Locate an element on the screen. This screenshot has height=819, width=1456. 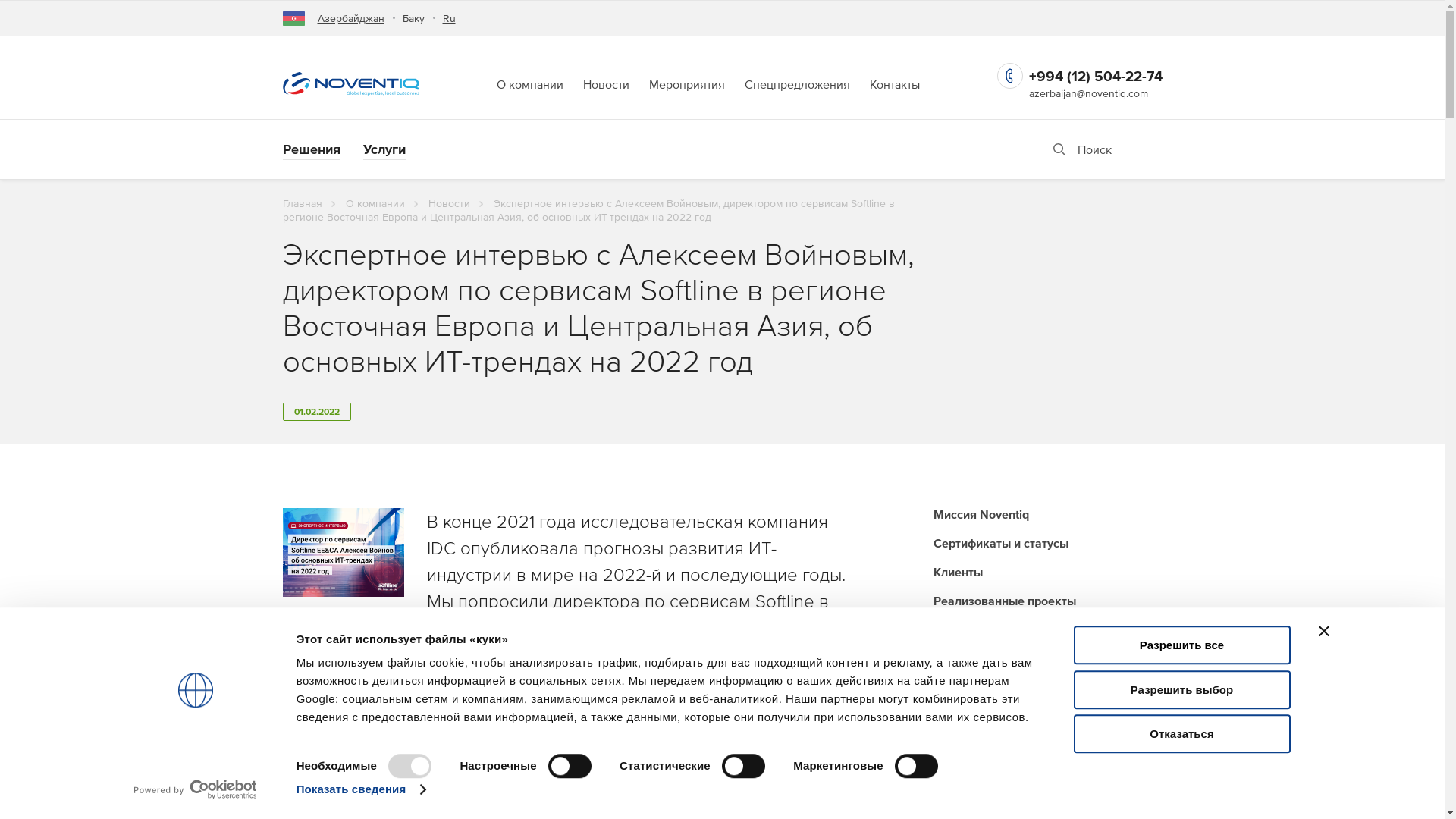
'+994 (12) 504-22-74' is located at coordinates (1095, 76).